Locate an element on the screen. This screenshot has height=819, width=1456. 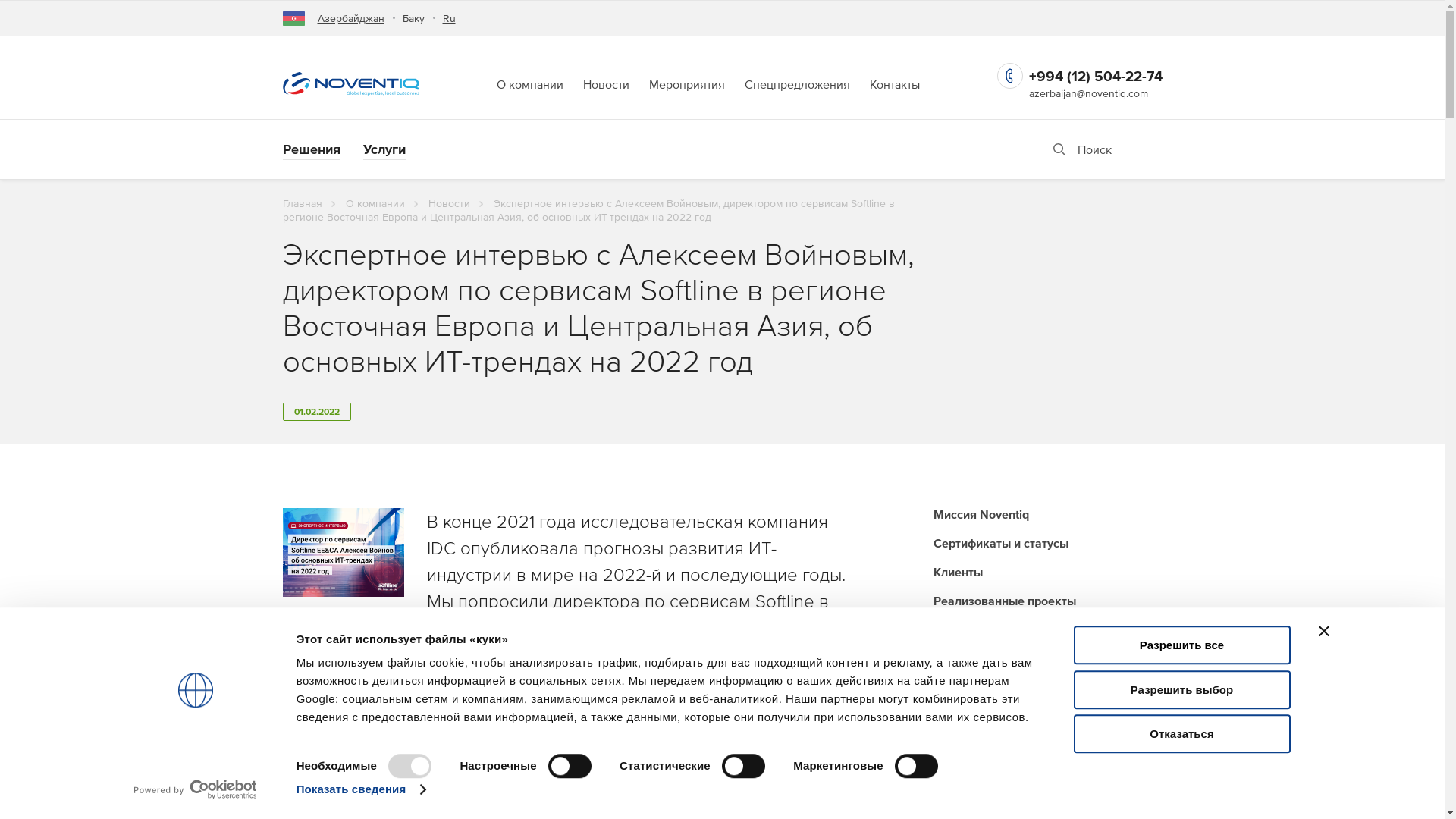
'+994 (12) 504-22-74' is located at coordinates (1095, 76).